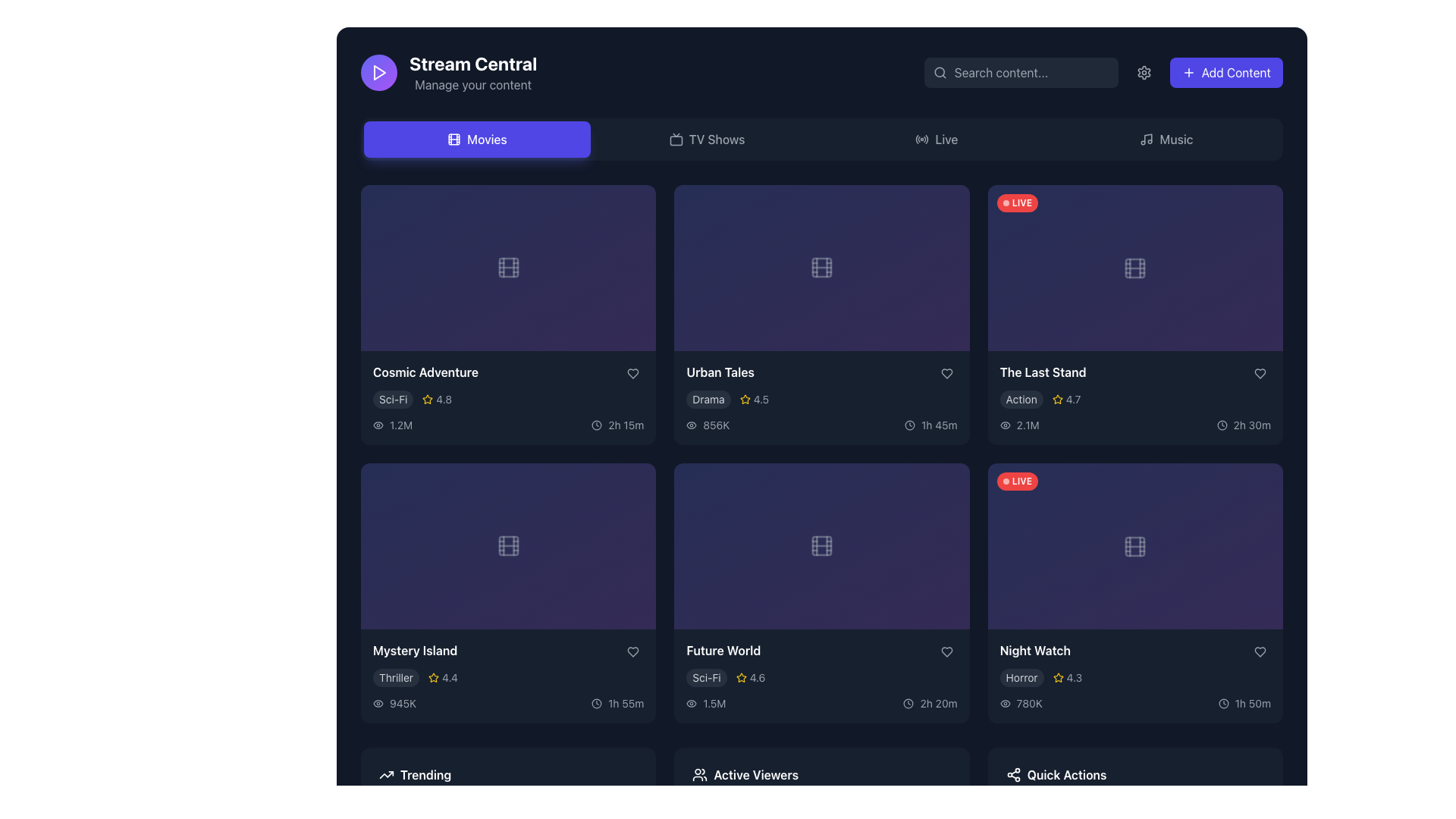 The height and width of the screenshot is (819, 1456). I want to click on the static text label that serves as the title for the media content, so click(723, 649).